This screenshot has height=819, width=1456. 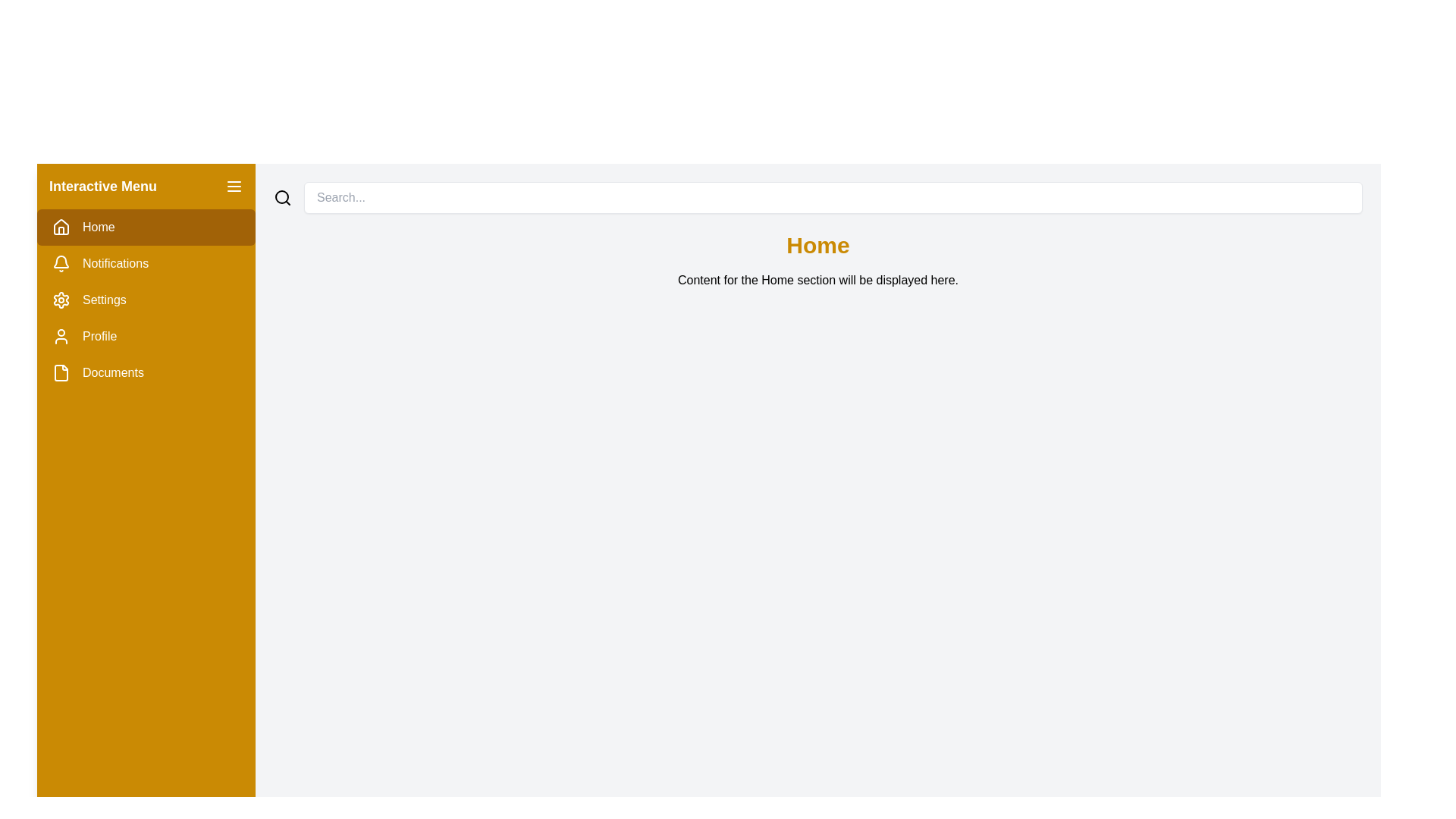 I want to click on text of the 'Notifications' label, which is the second option in the sidebar menu, located below 'Home' and above 'Settings', so click(x=115, y=262).